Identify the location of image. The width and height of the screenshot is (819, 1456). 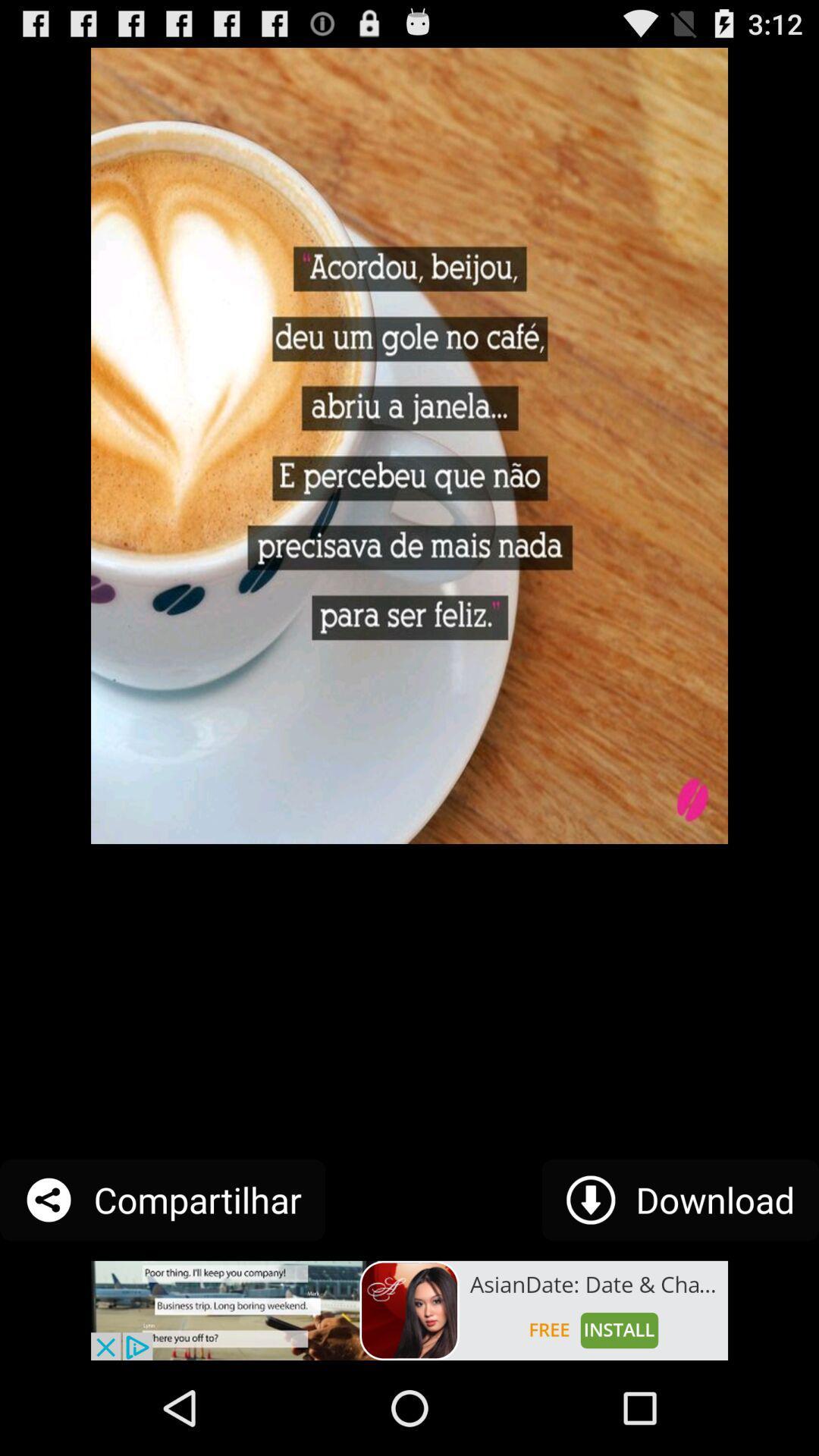
(409, 1310).